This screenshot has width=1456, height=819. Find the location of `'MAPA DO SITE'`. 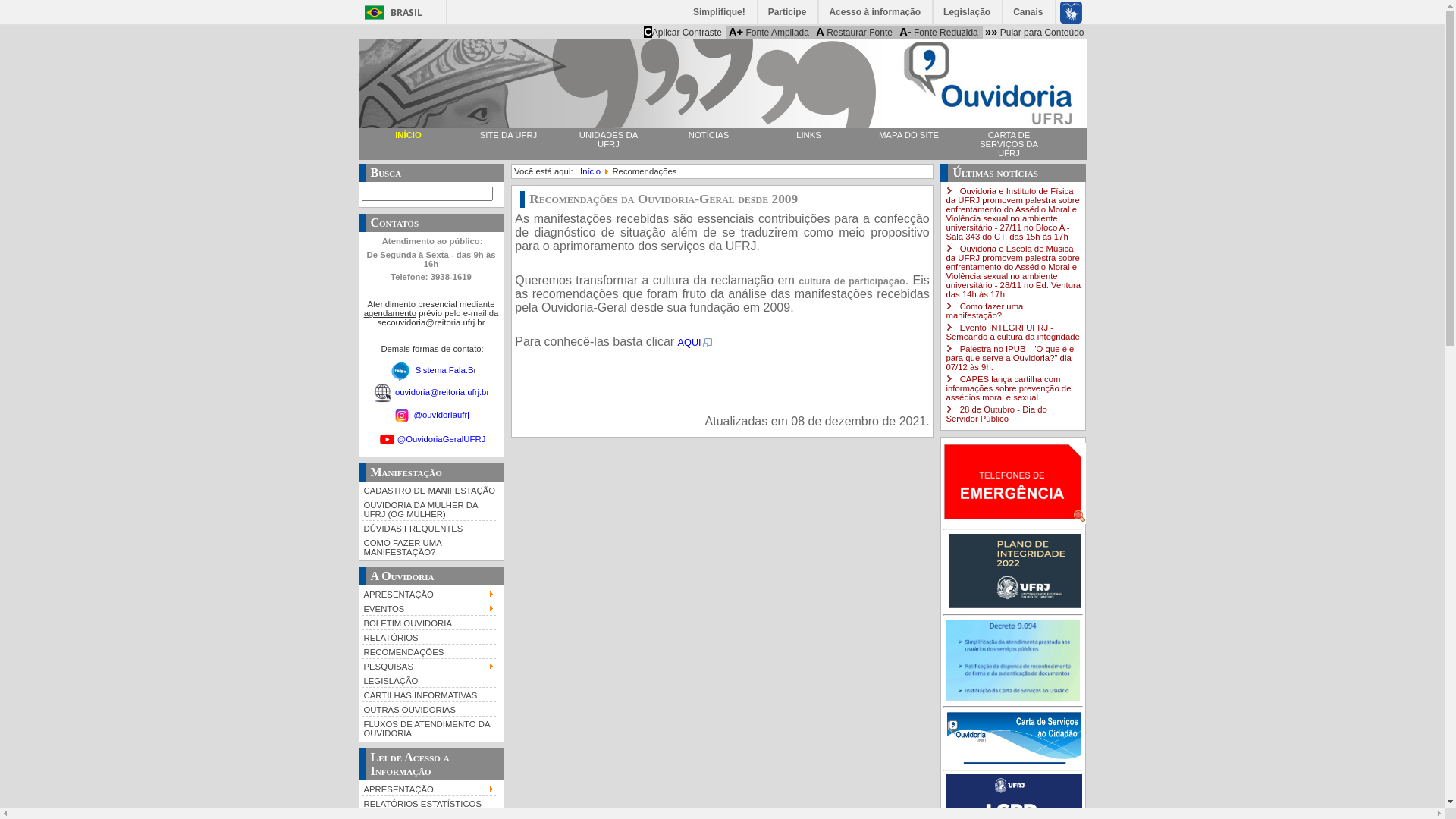

'MAPA DO SITE' is located at coordinates (908, 133).